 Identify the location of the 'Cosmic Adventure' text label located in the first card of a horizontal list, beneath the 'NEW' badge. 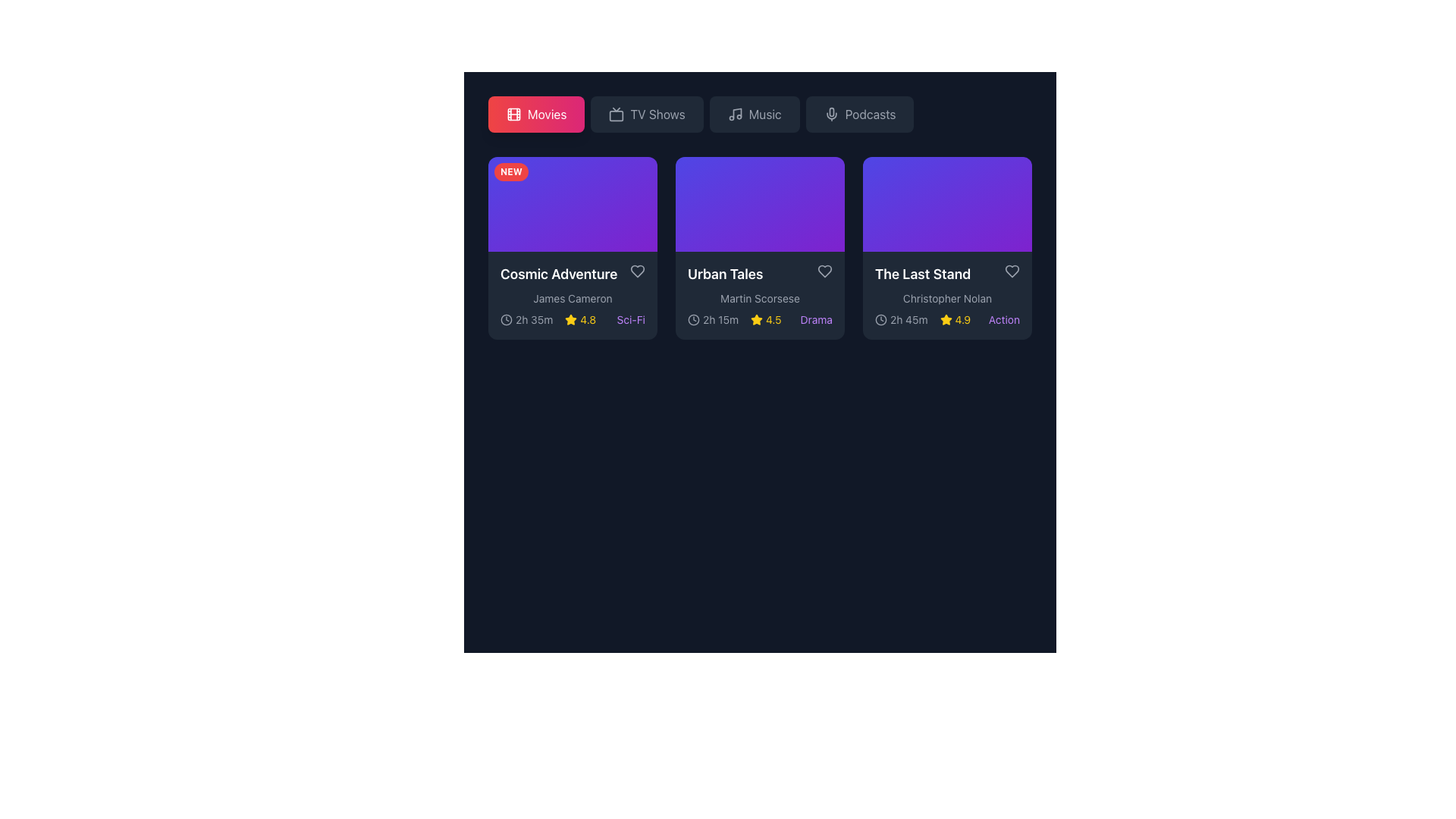
(572, 275).